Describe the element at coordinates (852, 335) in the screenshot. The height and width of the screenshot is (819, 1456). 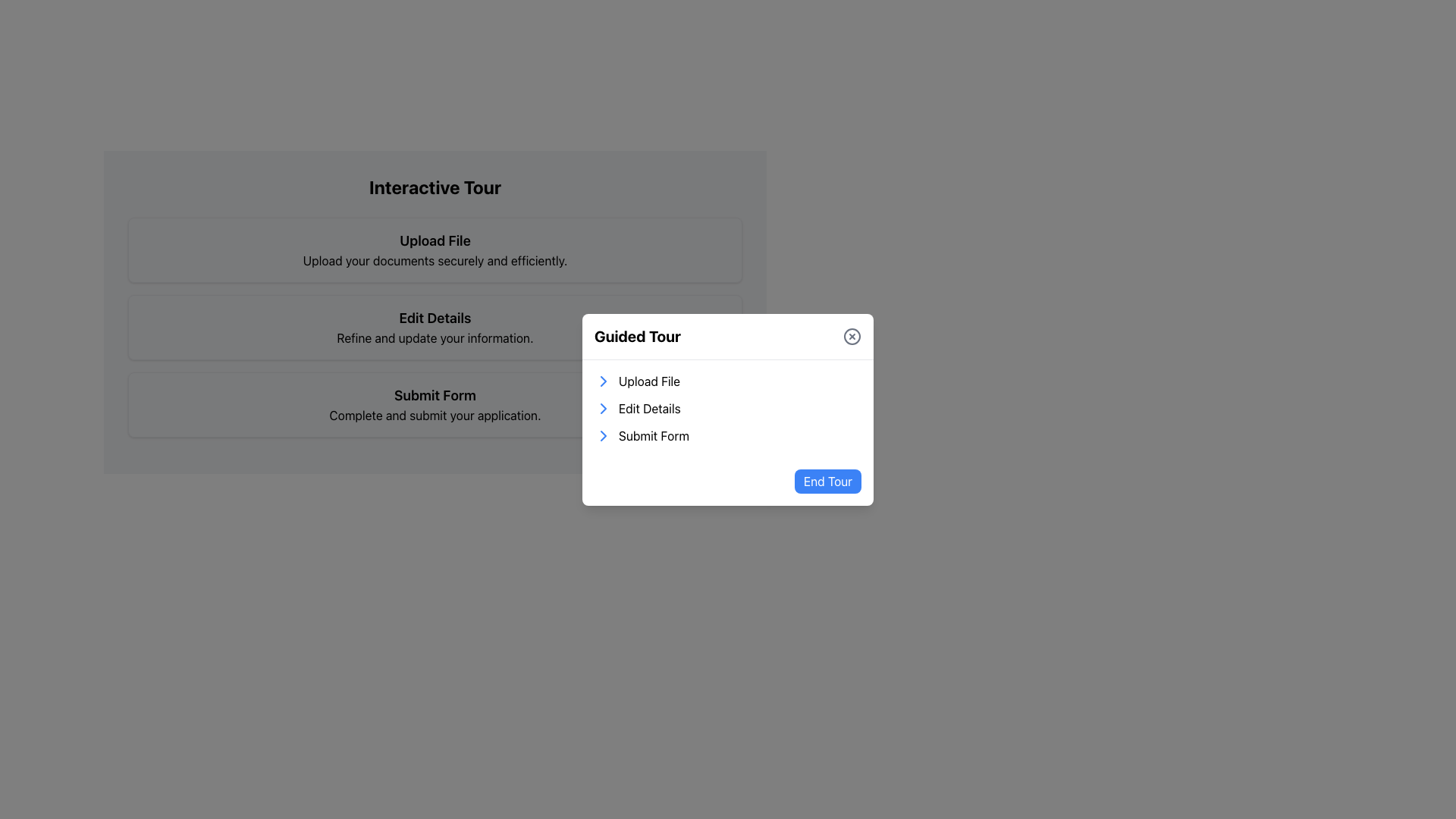
I see `the circular close button with a stylized 'X' at the top-right corner of the 'Guided Tour' modal` at that location.